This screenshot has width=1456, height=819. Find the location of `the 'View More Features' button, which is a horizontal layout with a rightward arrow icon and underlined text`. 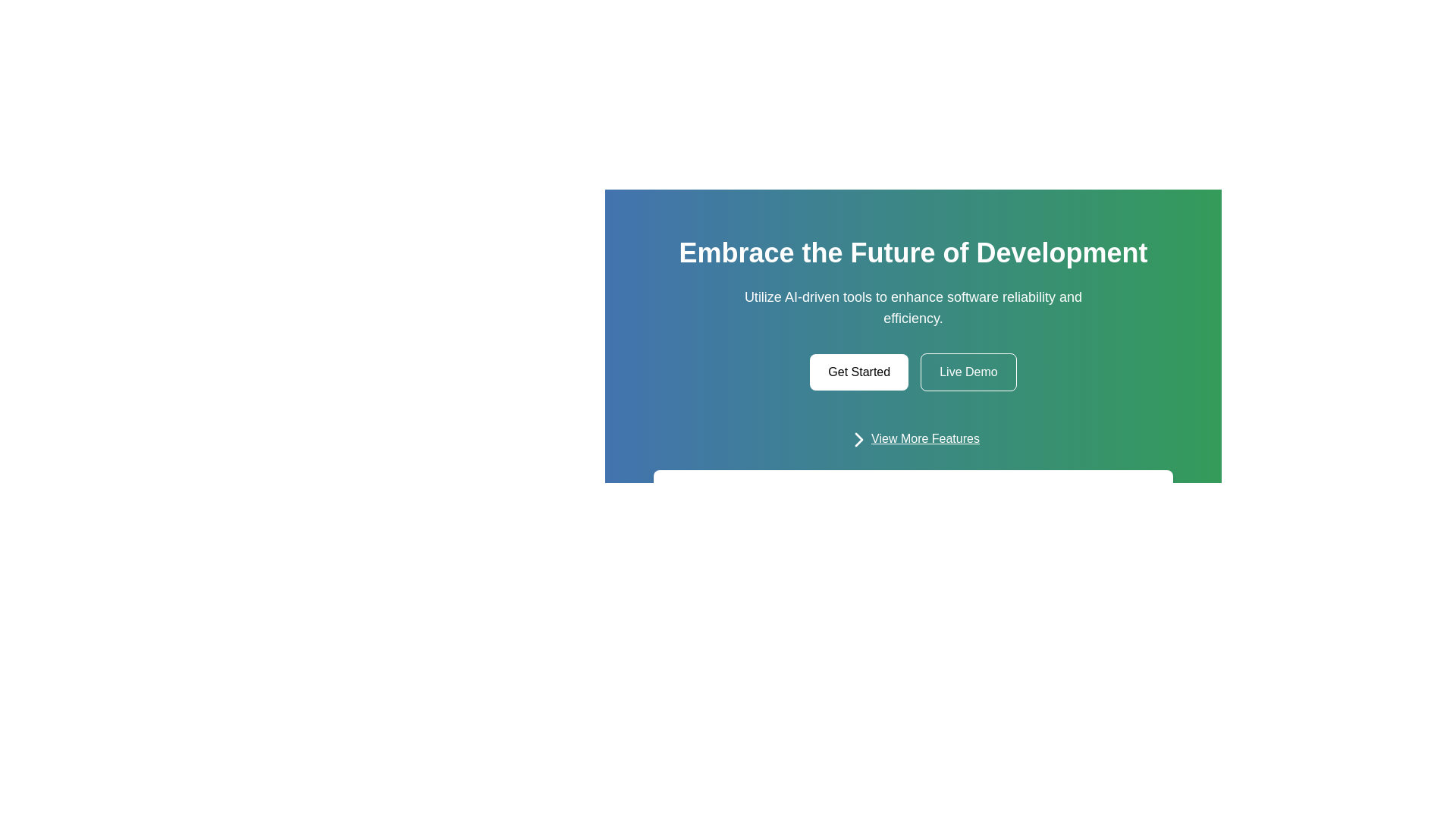

the 'View More Features' button, which is a horizontal layout with a rightward arrow icon and underlined text is located at coordinates (912, 439).